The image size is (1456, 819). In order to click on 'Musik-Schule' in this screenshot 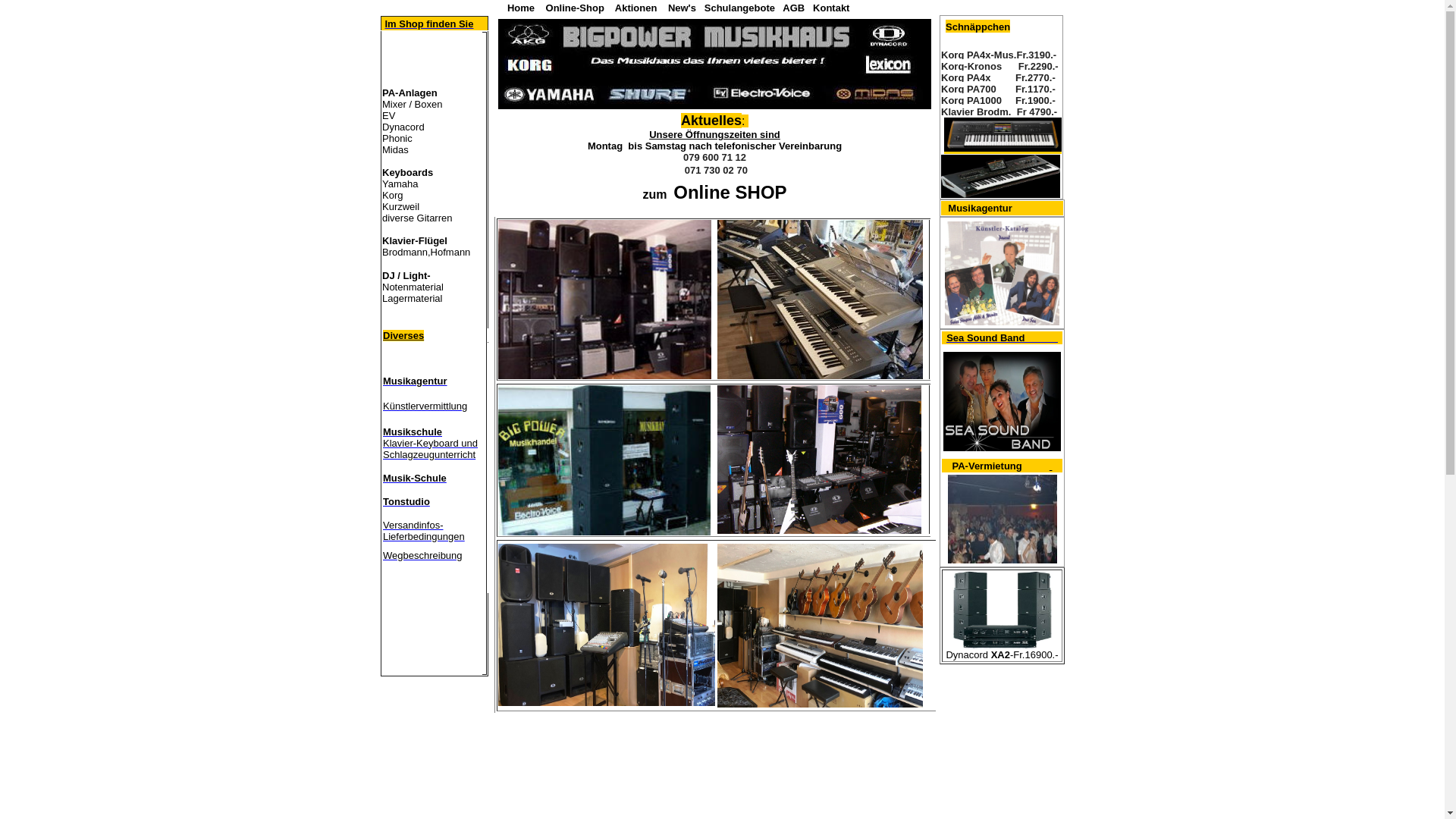, I will do `click(415, 476)`.